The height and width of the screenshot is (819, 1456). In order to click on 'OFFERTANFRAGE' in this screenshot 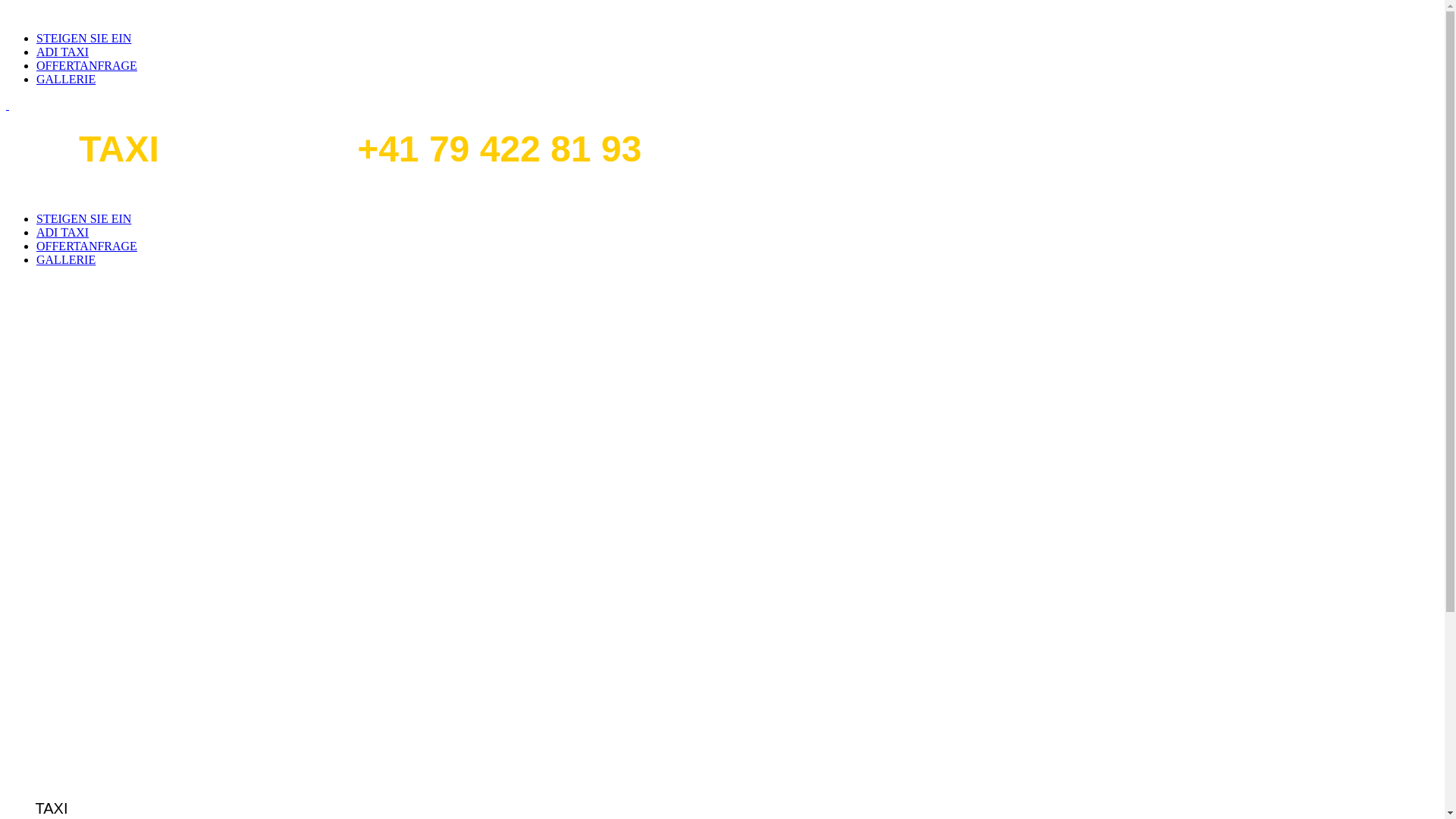, I will do `click(36, 64)`.